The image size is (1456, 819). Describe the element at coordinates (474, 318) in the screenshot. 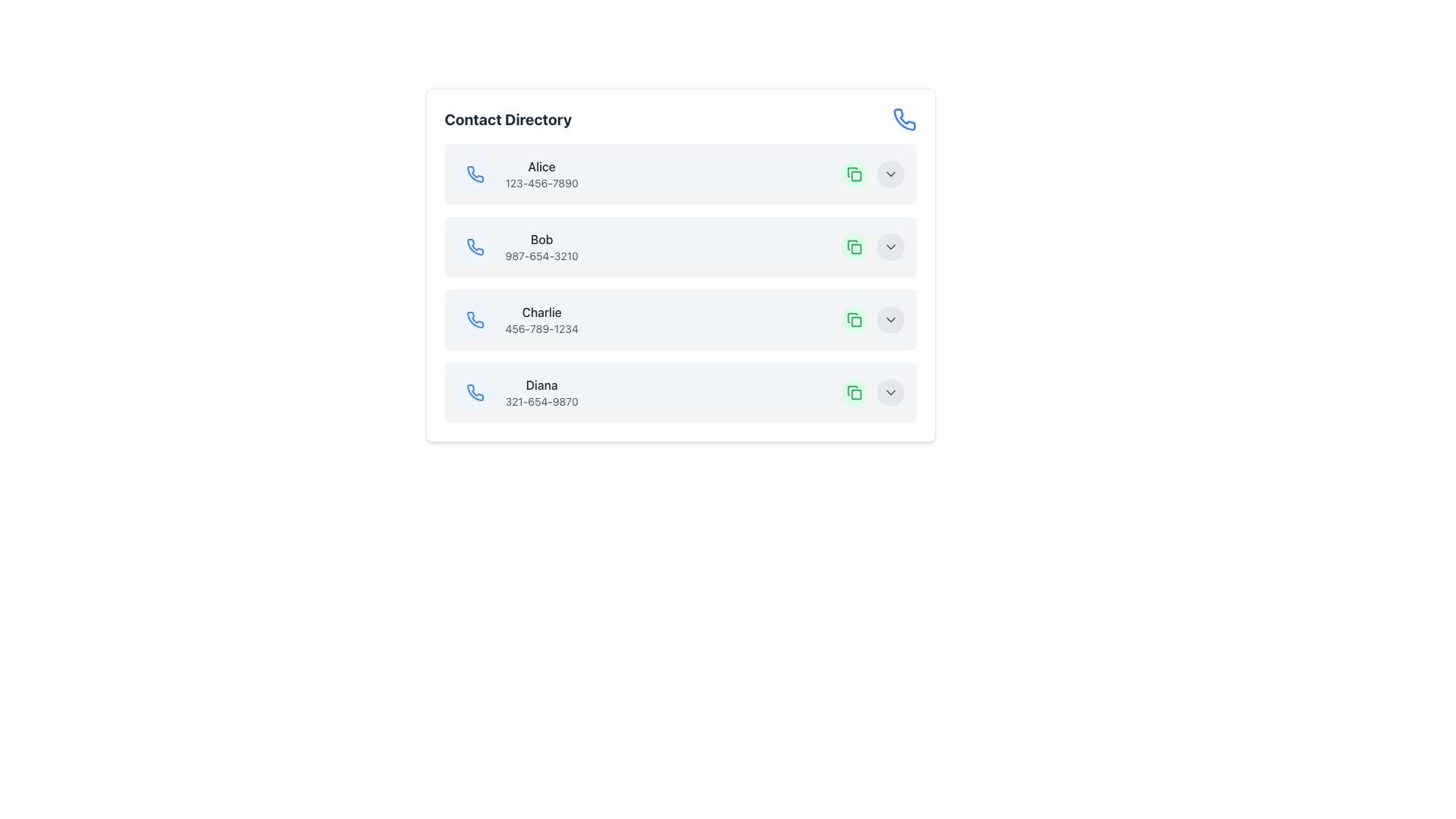

I see `the circular light blue button with a phone icon to initiate a call for the contact 'Charlie' (456-789-1234)` at that location.